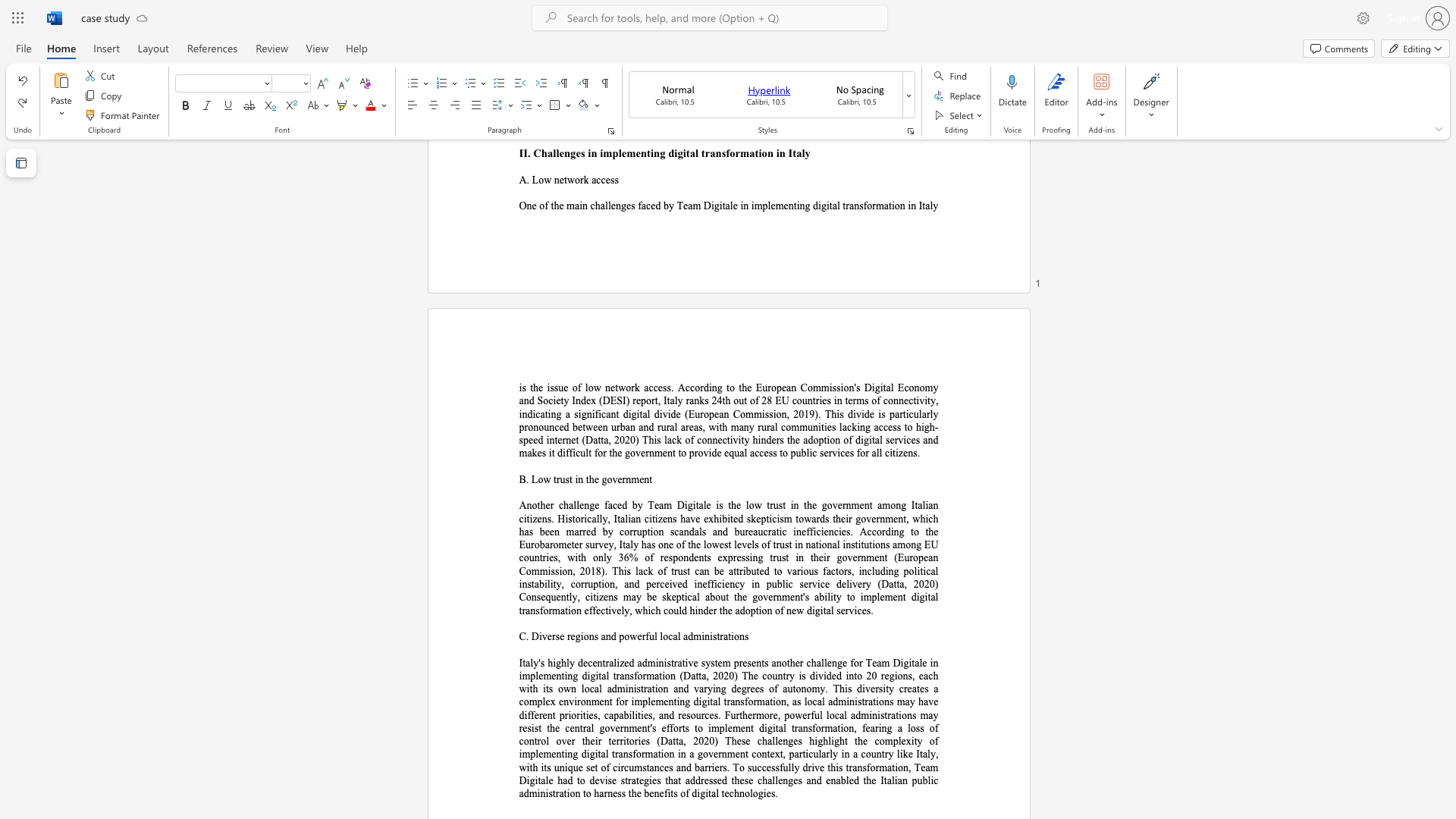  What do you see at coordinates (619, 701) in the screenshot?
I see `the subset text "or implementing digital transformation, as local administrations may have di" within the text "Italy"` at bounding box center [619, 701].